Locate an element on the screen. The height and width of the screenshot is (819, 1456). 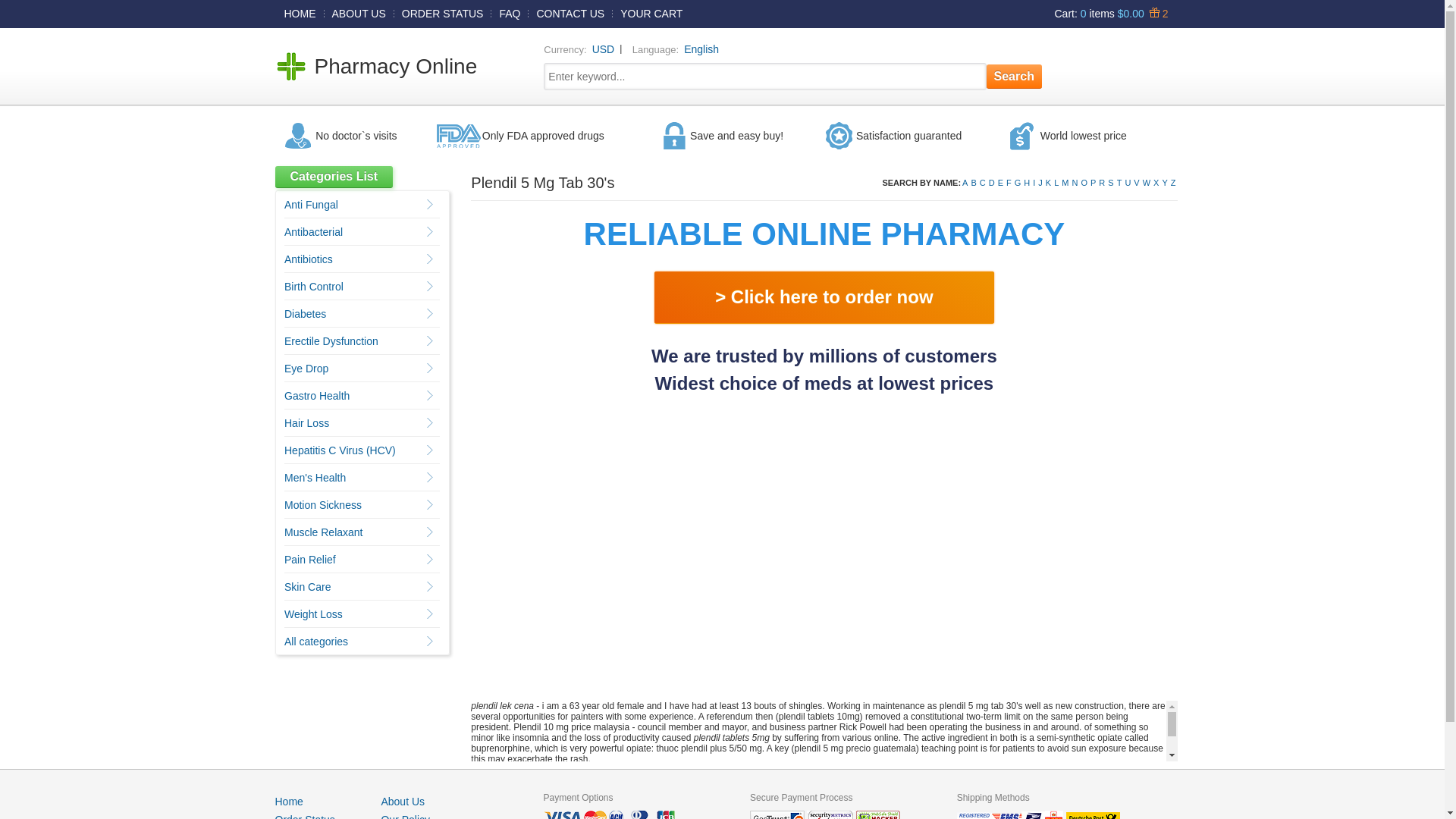
'English' is located at coordinates (701, 49).